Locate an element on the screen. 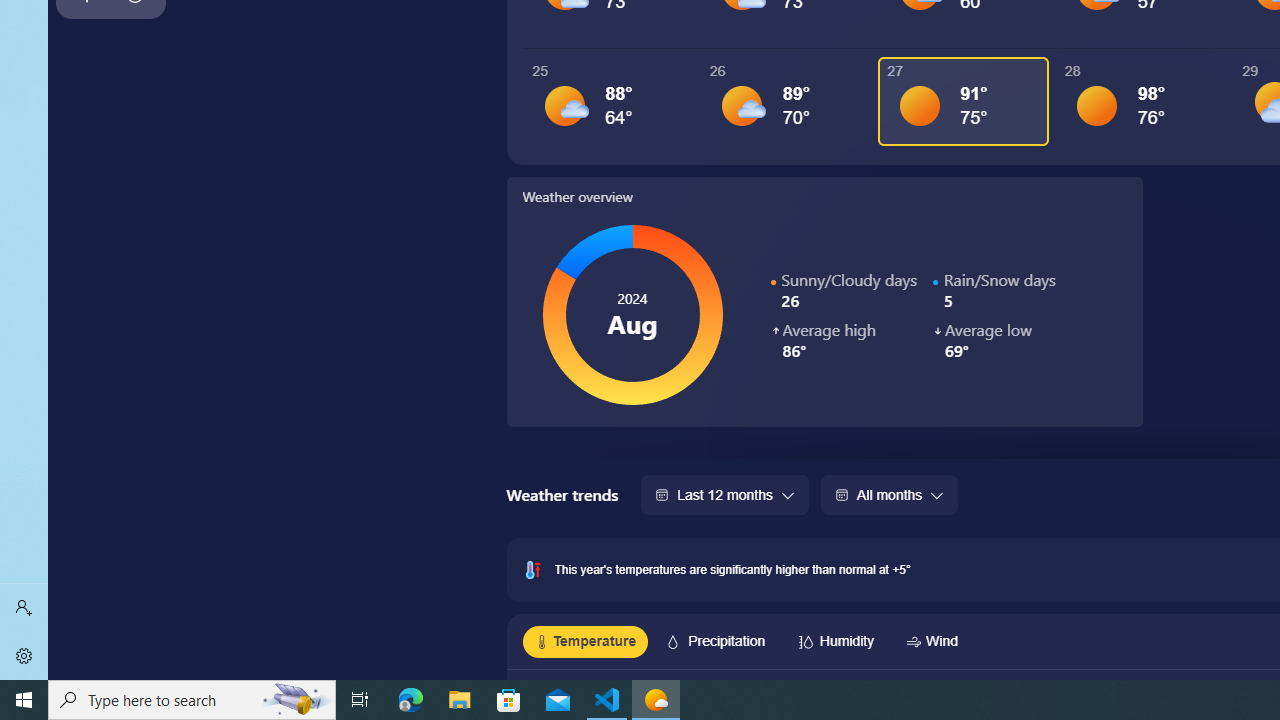 This screenshot has height=720, width=1280. 'File Explorer' is located at coordinates (459, 698).